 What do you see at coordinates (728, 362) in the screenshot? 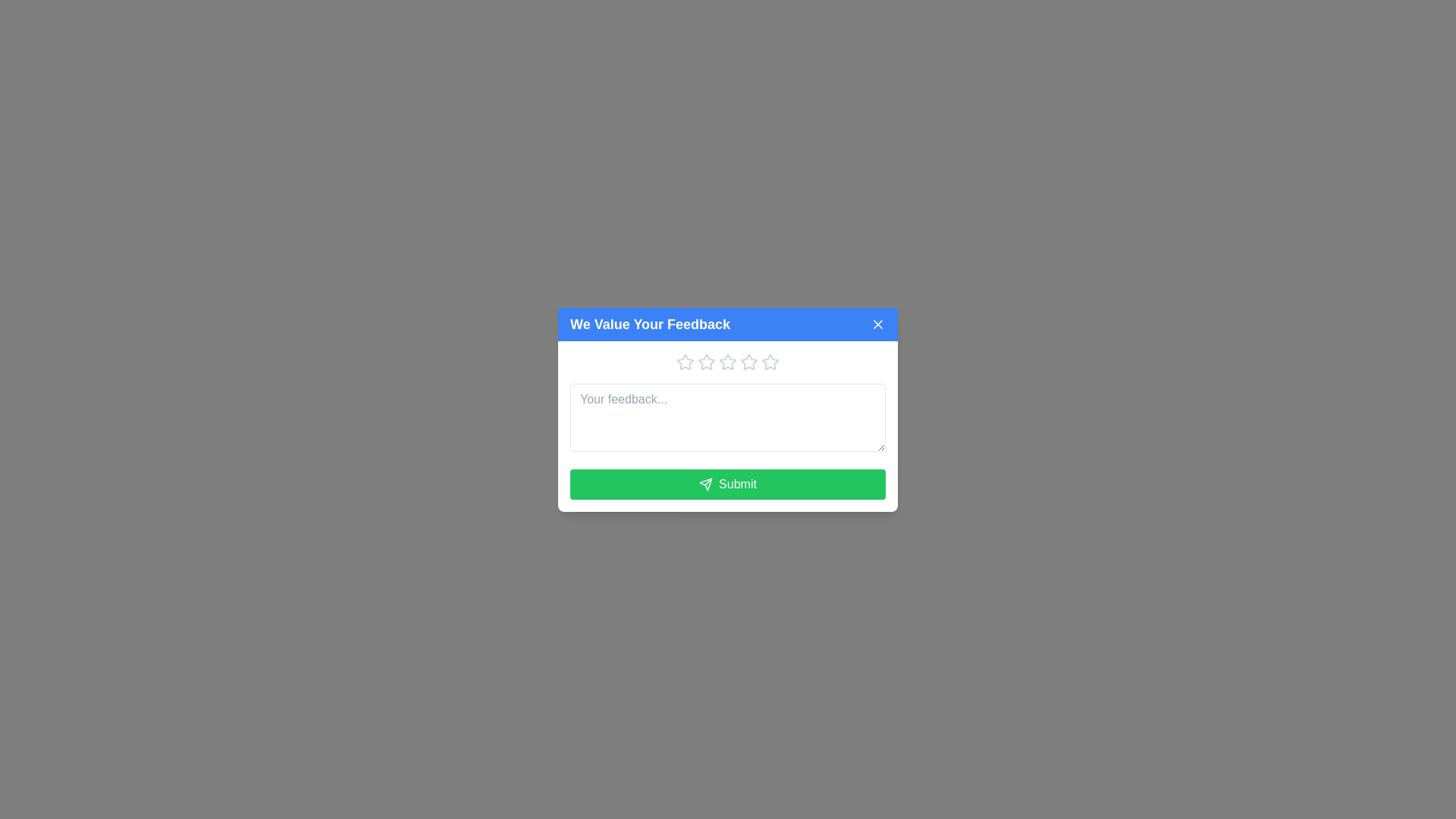
I see `the star in the rating component to set the user's feedback intensity, which is located within the modal window between the heading 'We Value Your Feedback' and the text area input field labeled 'Your feedback...'` at bounding box center [728, 362].